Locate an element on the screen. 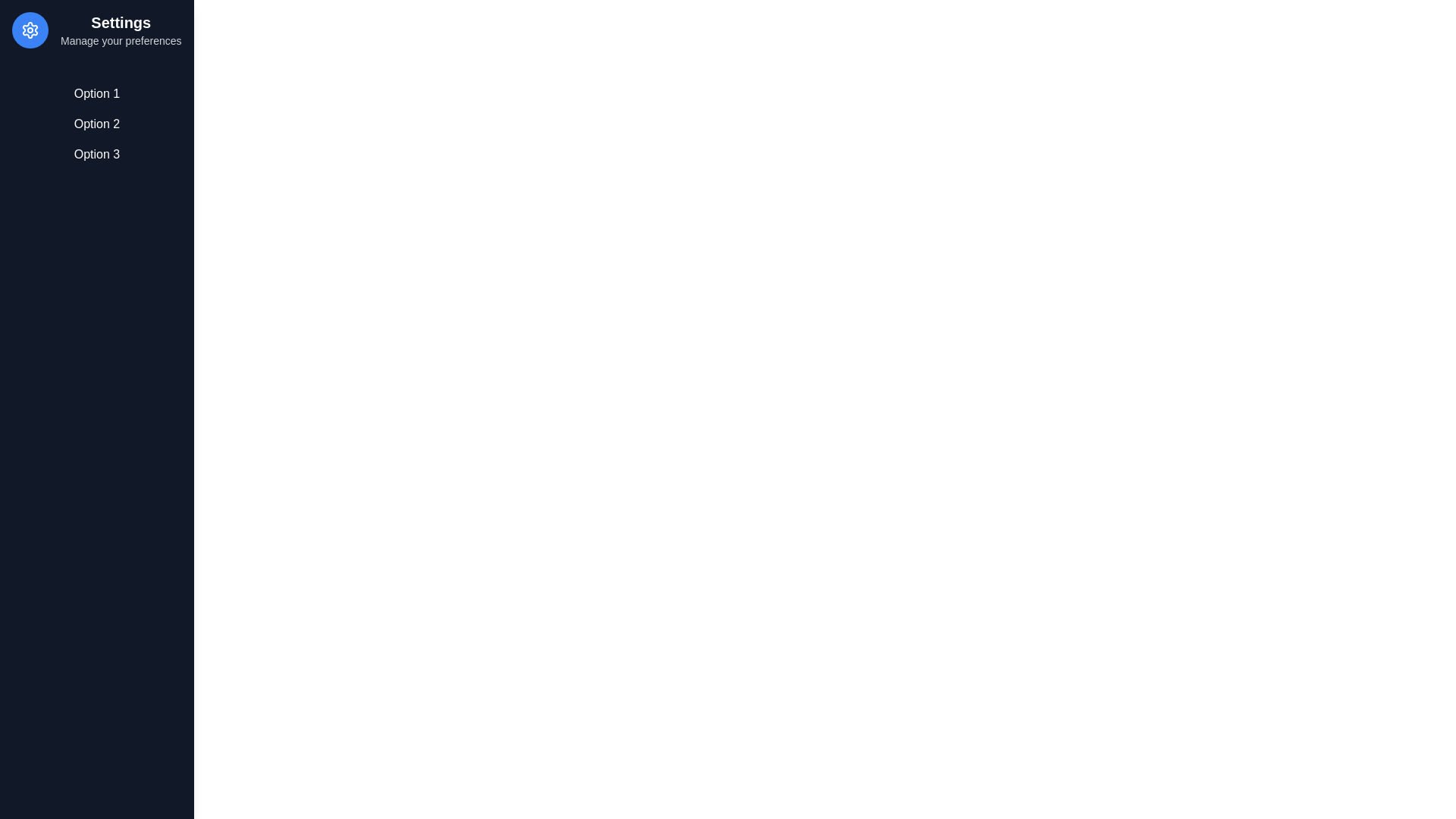  the title or heading text located at the top left corner of the interface, which indicates the purpose of the options presented in the same area is located at coordinates (120, 23).